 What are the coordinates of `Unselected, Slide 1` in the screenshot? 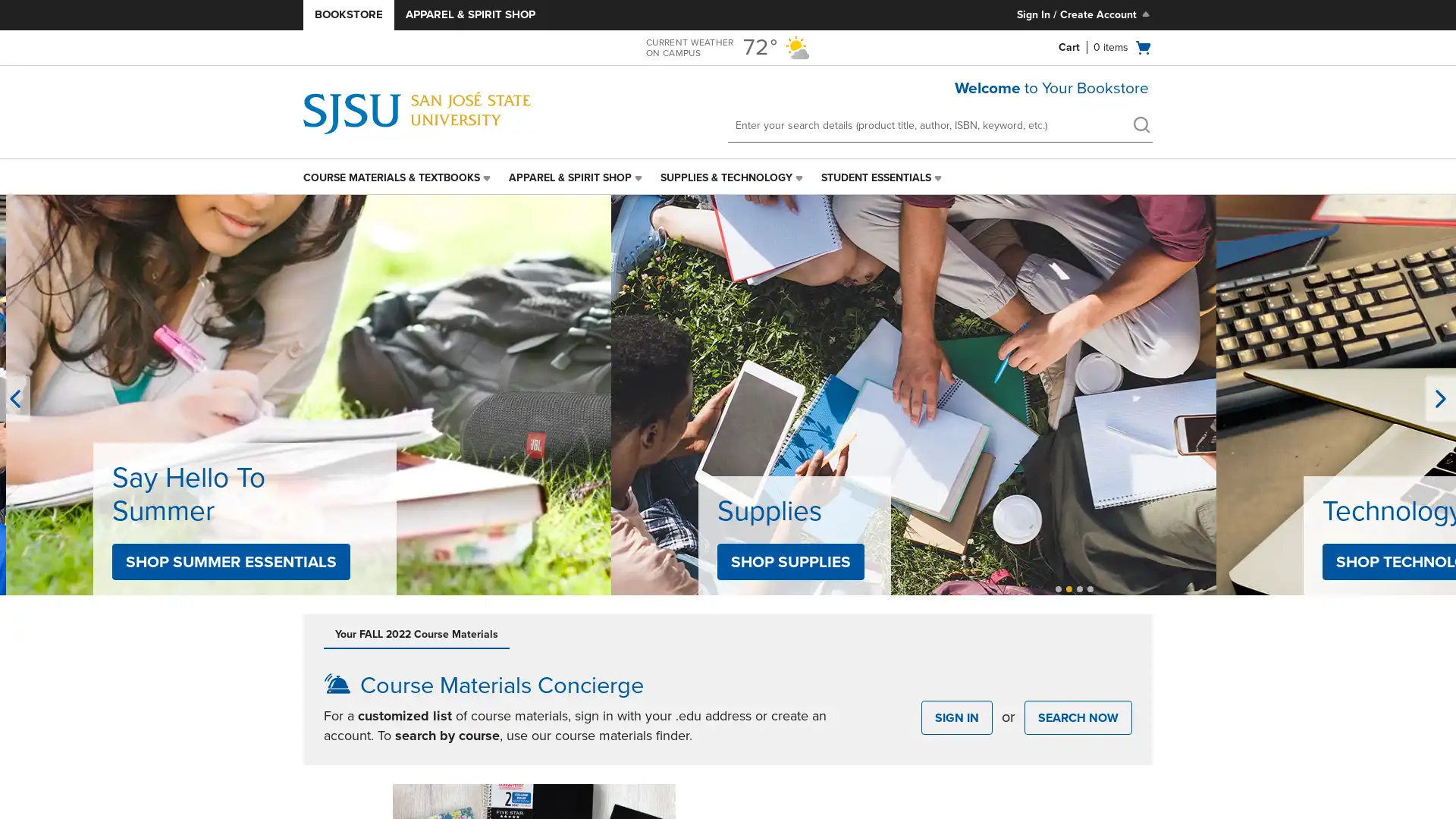 It's located at (1058, 588).